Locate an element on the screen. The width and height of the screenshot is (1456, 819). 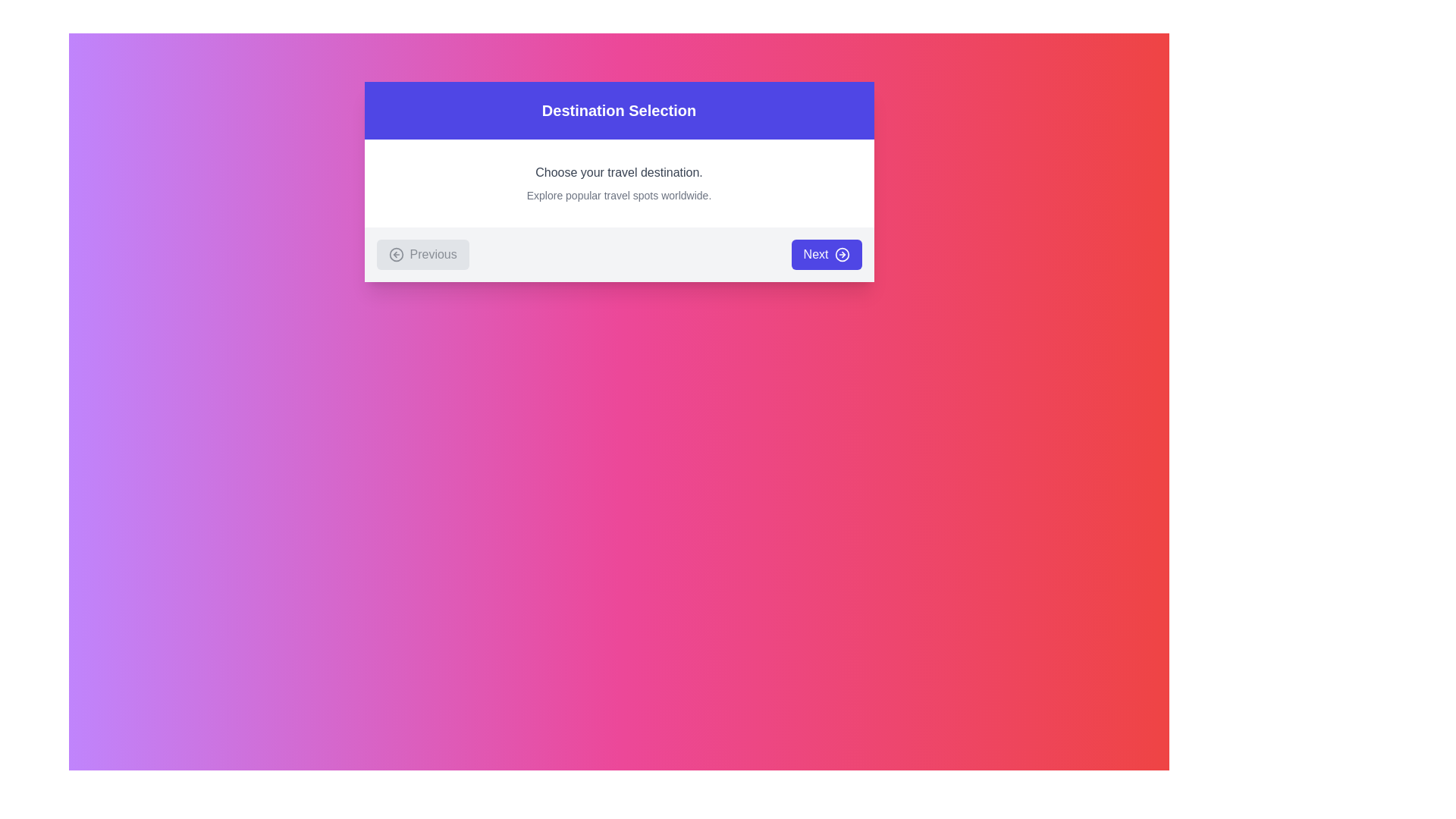
the Text Block that contains the headline 'Choose your travel destination.' and the subheading 'Explore popular travel spots worldwide.' located within the 'Destination Selection' dialog box is located at coordinates (619, 183).